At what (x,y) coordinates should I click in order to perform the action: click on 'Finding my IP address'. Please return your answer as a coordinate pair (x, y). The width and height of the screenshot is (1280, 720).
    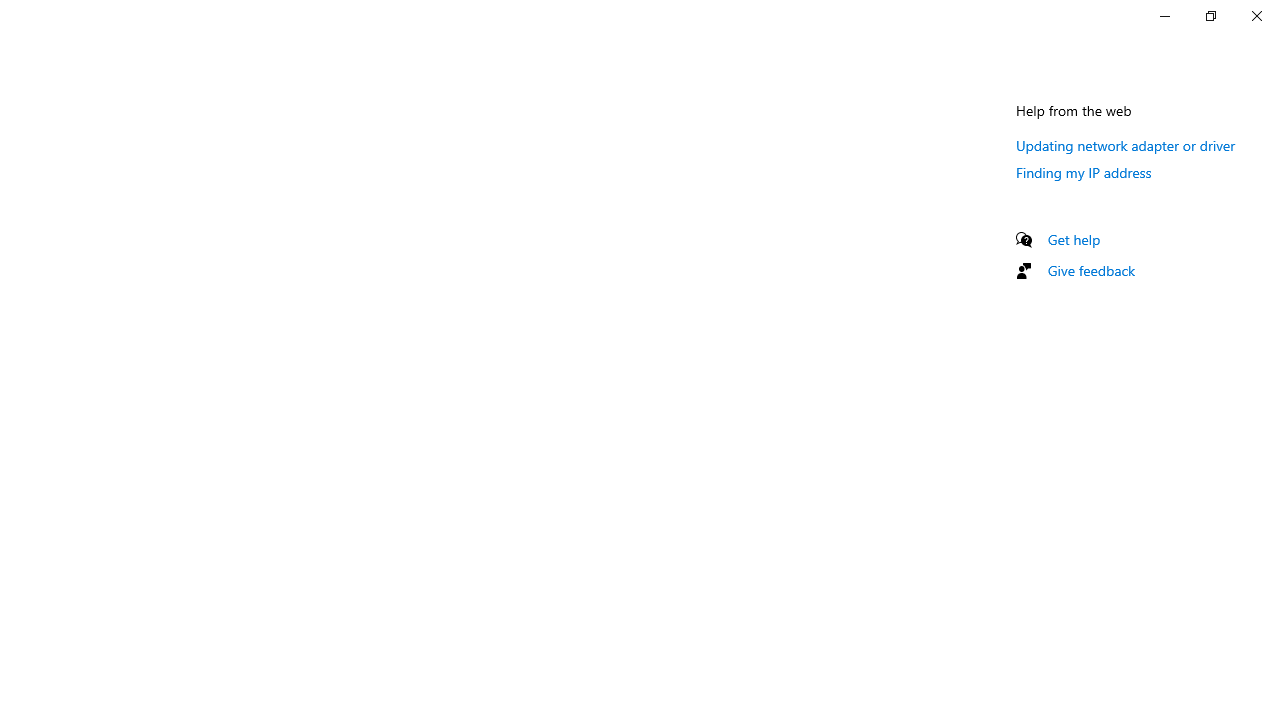
    Looking at the image, I should click on (1083, 171).